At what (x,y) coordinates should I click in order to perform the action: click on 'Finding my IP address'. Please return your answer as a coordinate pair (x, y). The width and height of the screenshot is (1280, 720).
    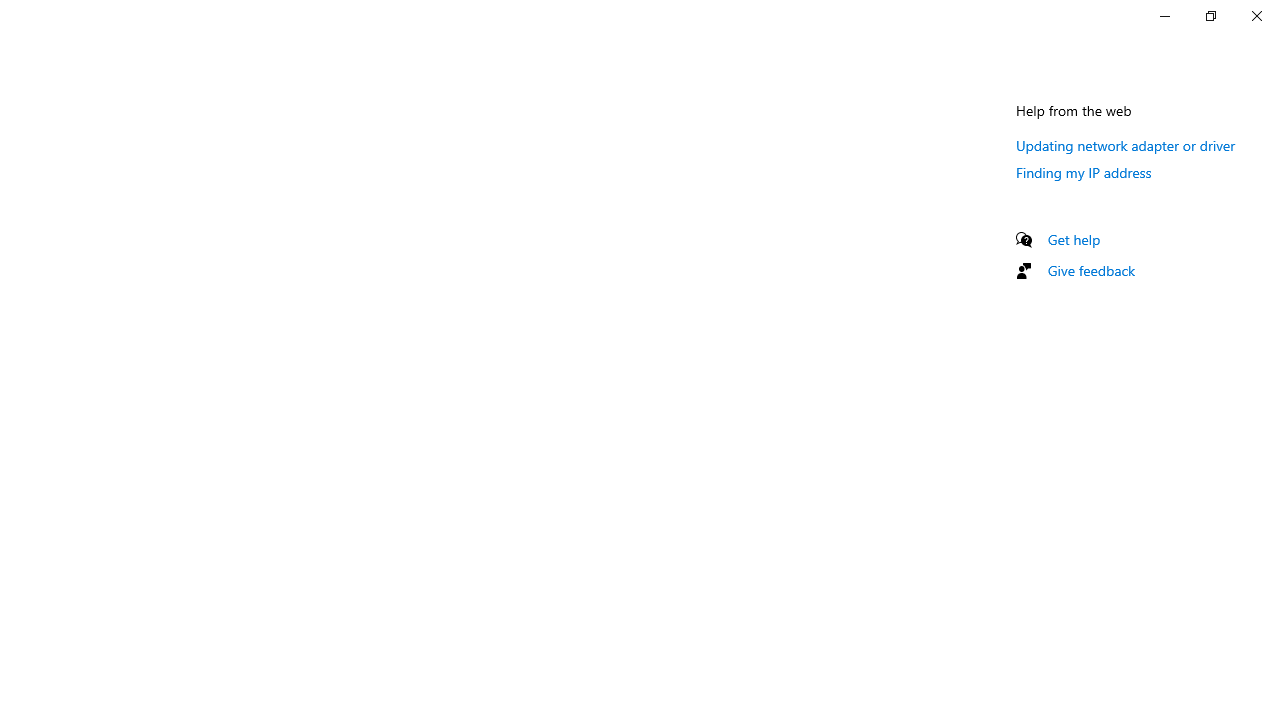
    Looking at the image, I should click on (1083, 171).